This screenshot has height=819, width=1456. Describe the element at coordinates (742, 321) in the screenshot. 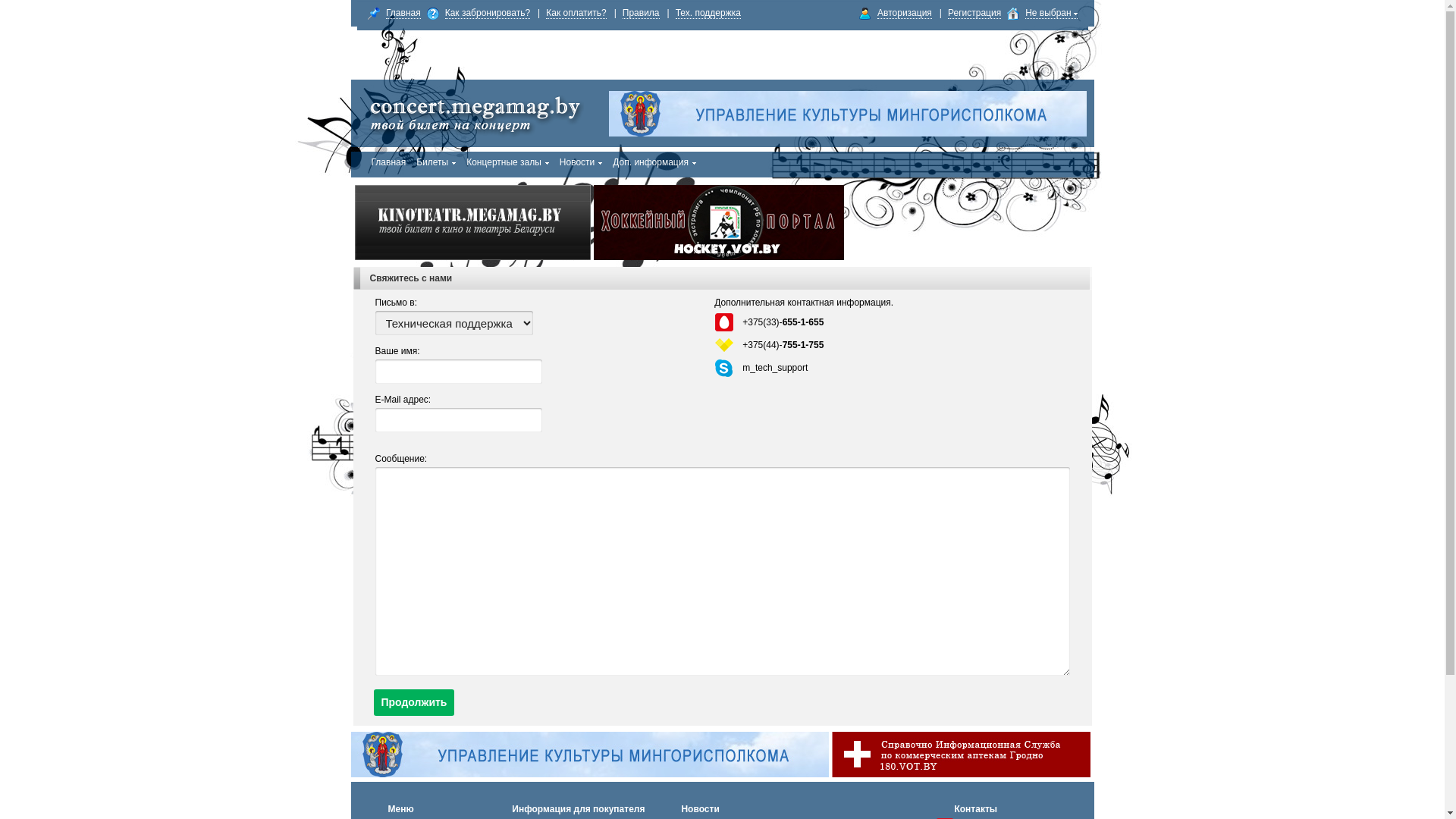

I see `'+375(33)-655-1-655'` at that location.